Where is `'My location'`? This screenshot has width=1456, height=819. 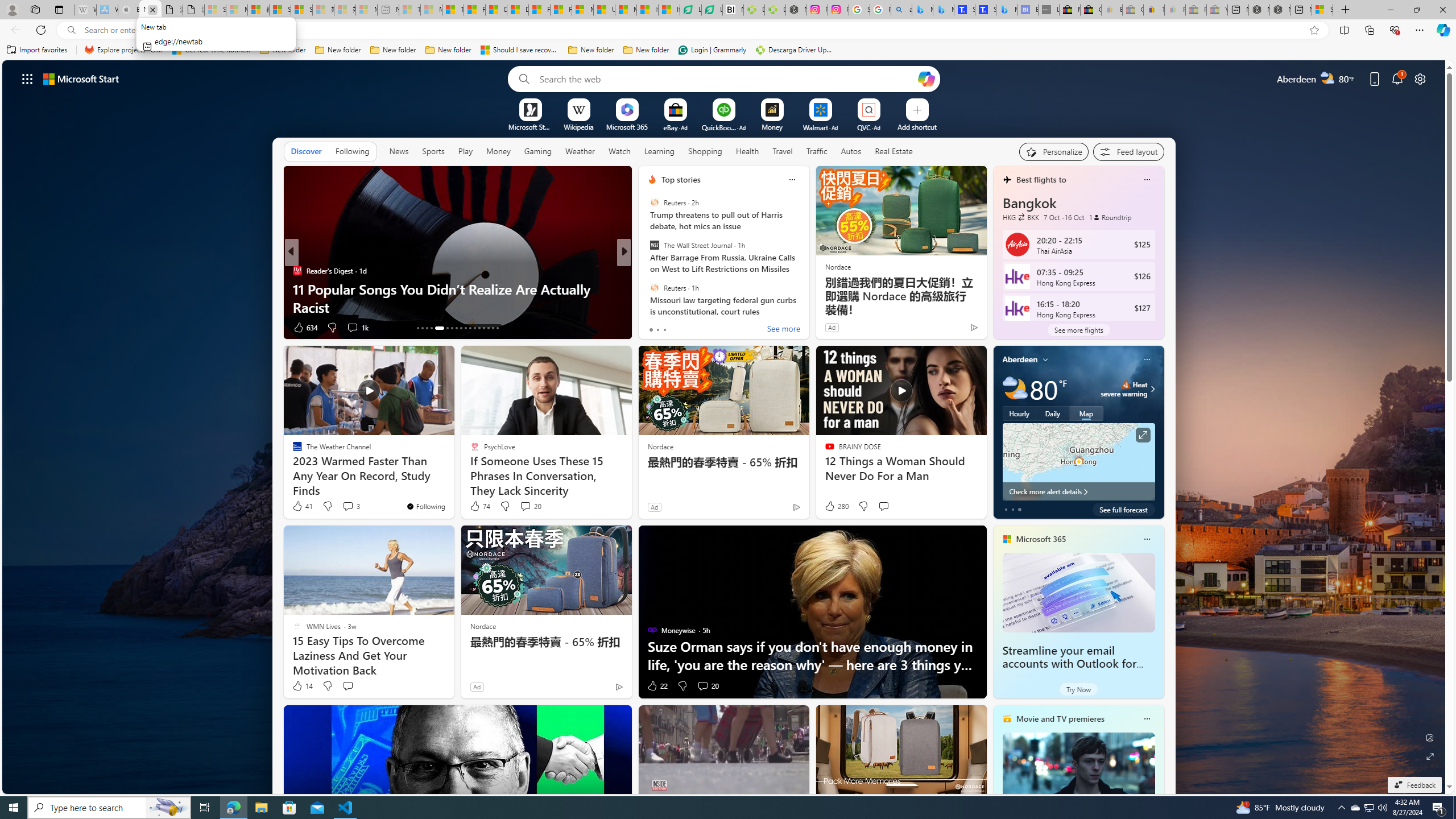 'My location' is located at coordinates (1045, 359).